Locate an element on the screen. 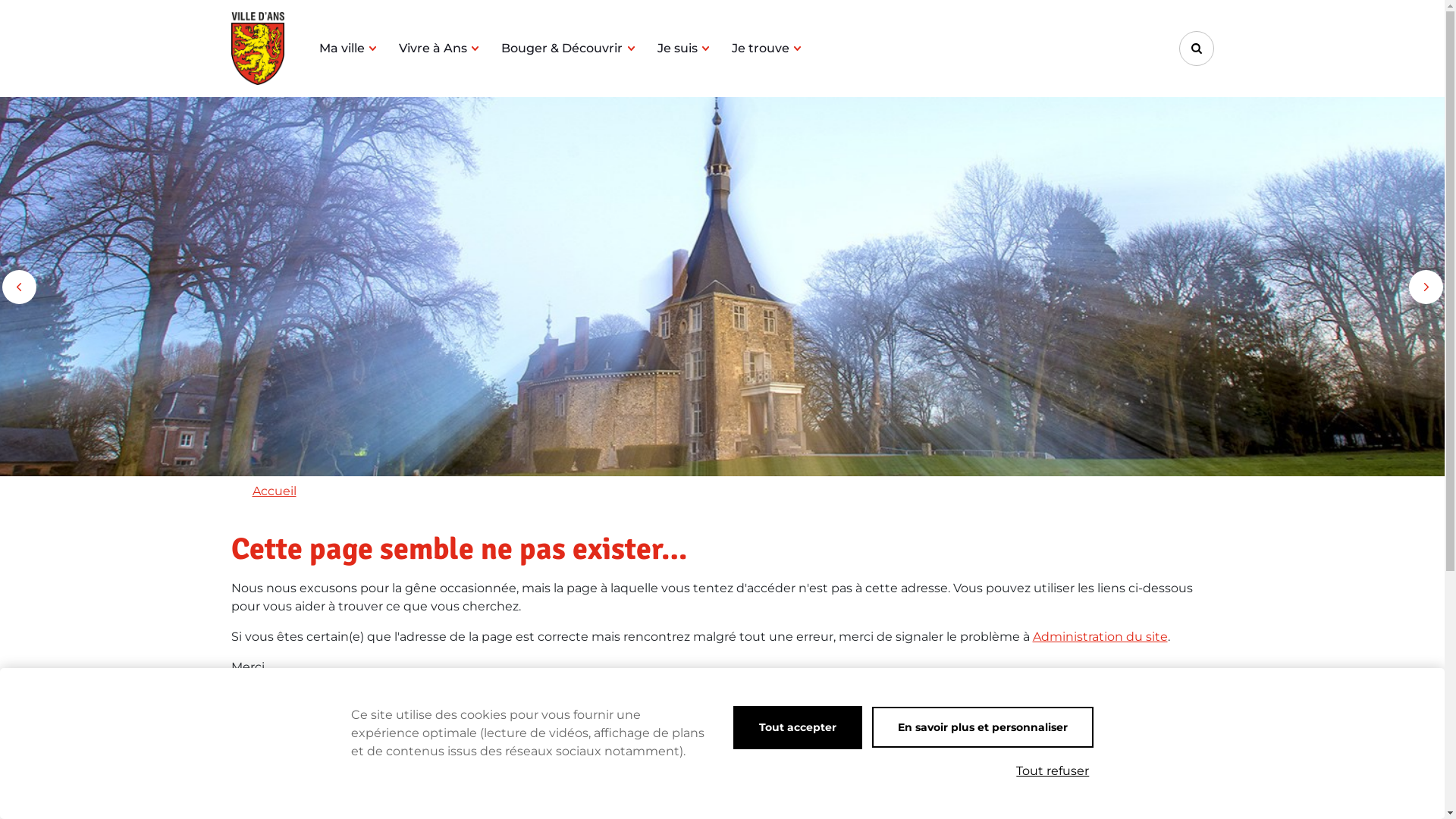  'Je trouve' is located at coordinates (731, 48).